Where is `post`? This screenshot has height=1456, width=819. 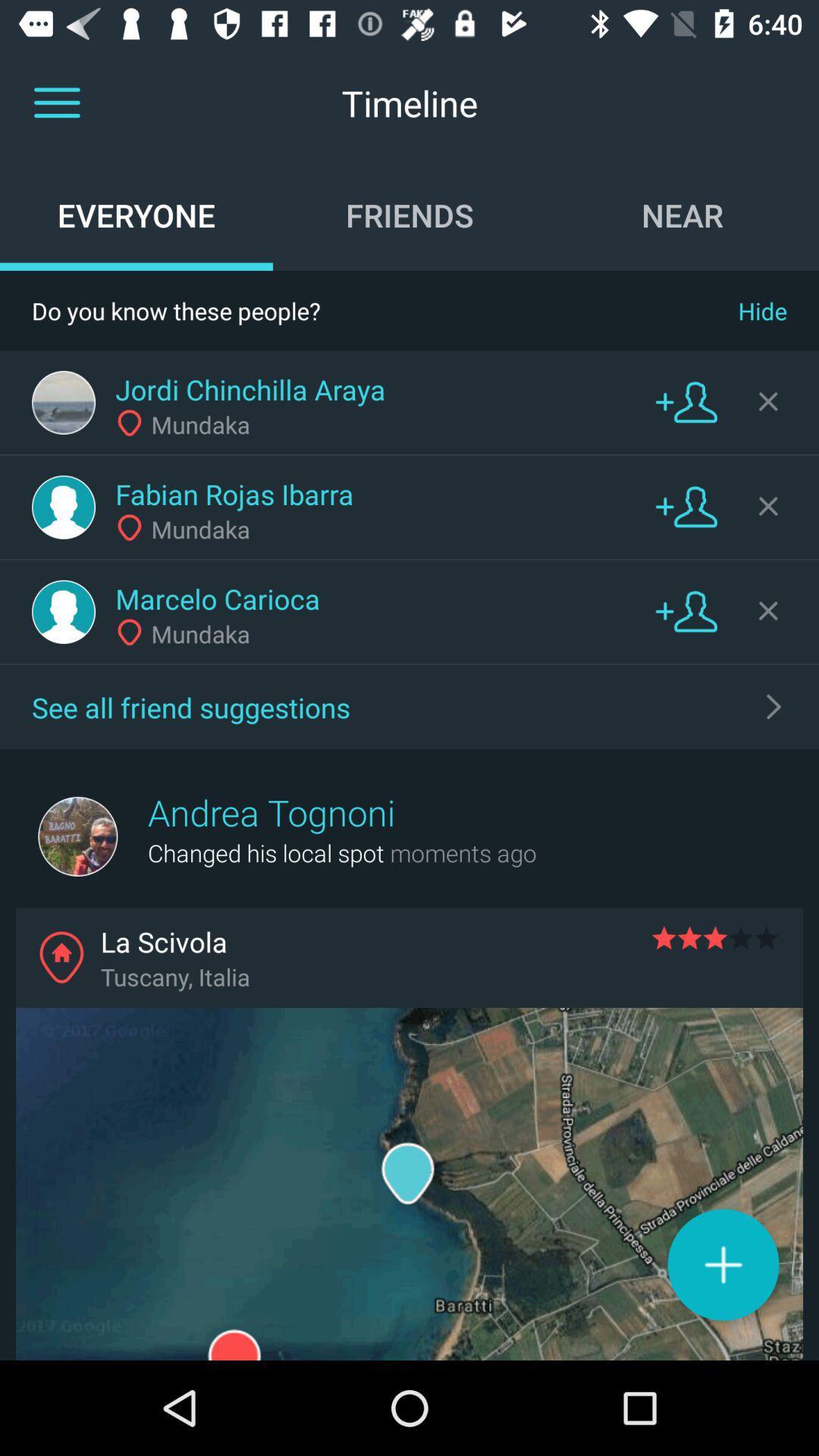 post is located at coordinates (722, 1264).